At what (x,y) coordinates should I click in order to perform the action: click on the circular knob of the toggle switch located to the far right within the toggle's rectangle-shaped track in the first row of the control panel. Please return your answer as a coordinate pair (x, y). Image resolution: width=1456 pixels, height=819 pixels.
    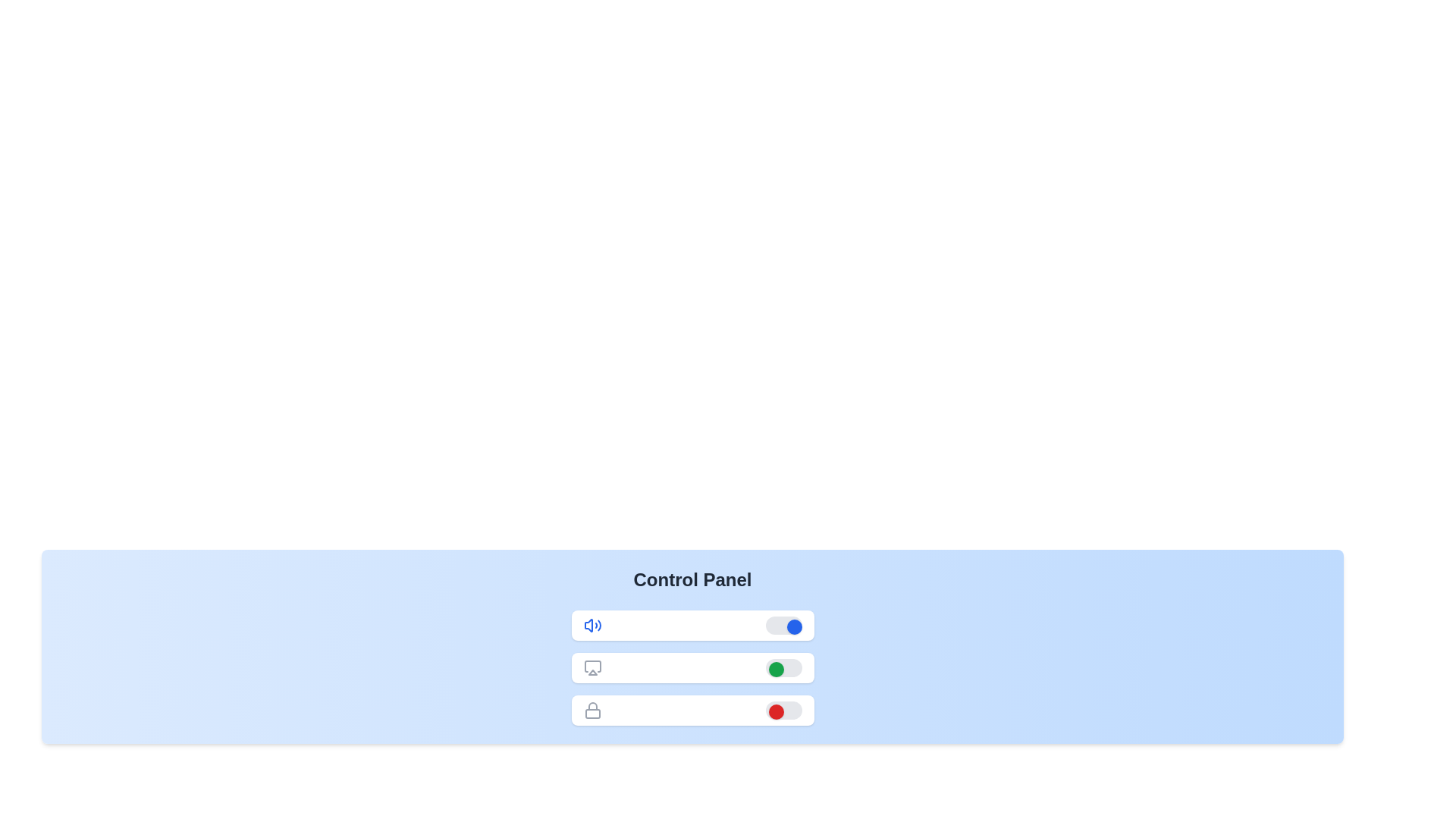
    Looking at the image, I should click on (793, 626).